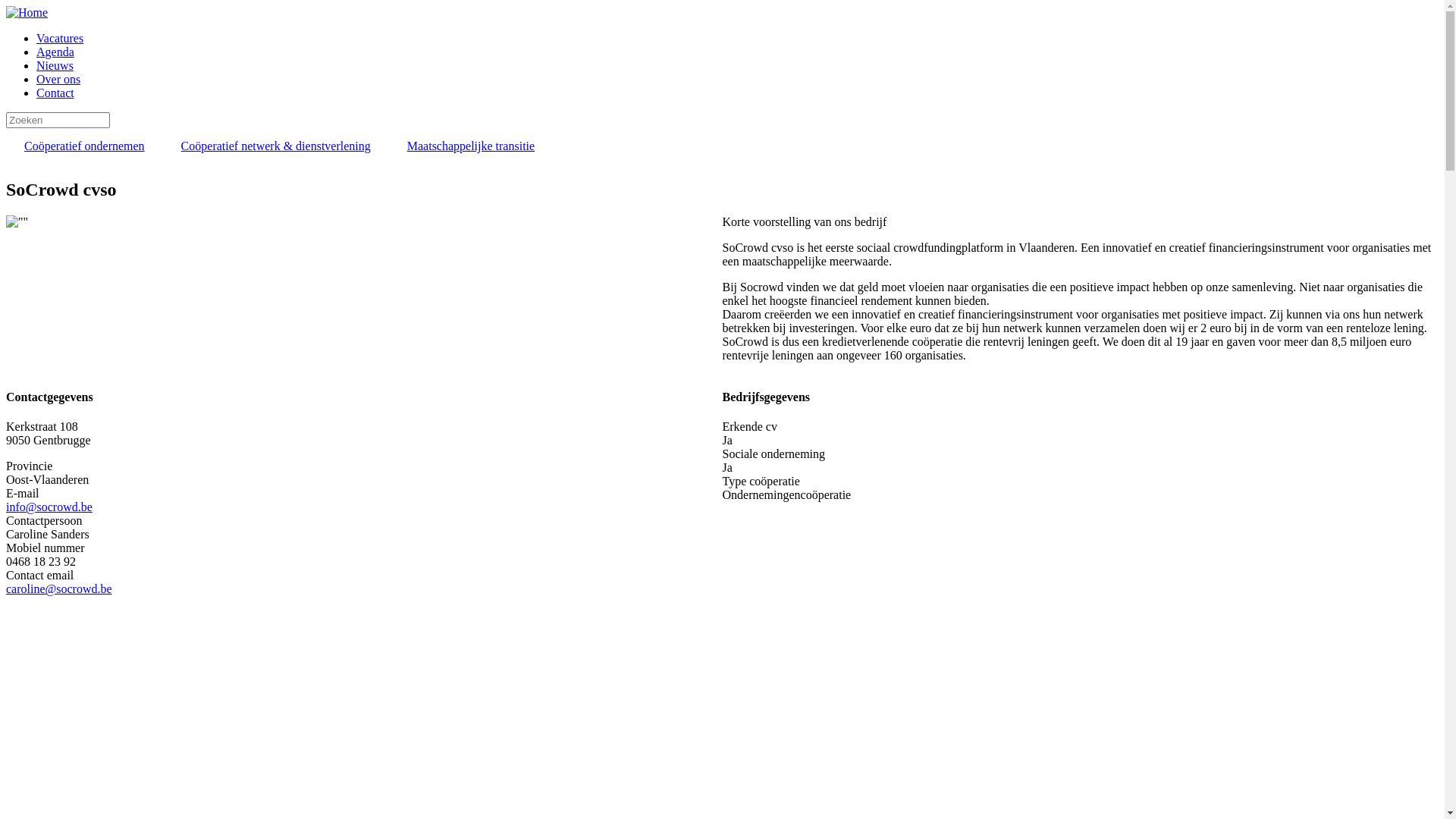  I want to click on 'Maatschappelijke transitie', so click(469, 146).